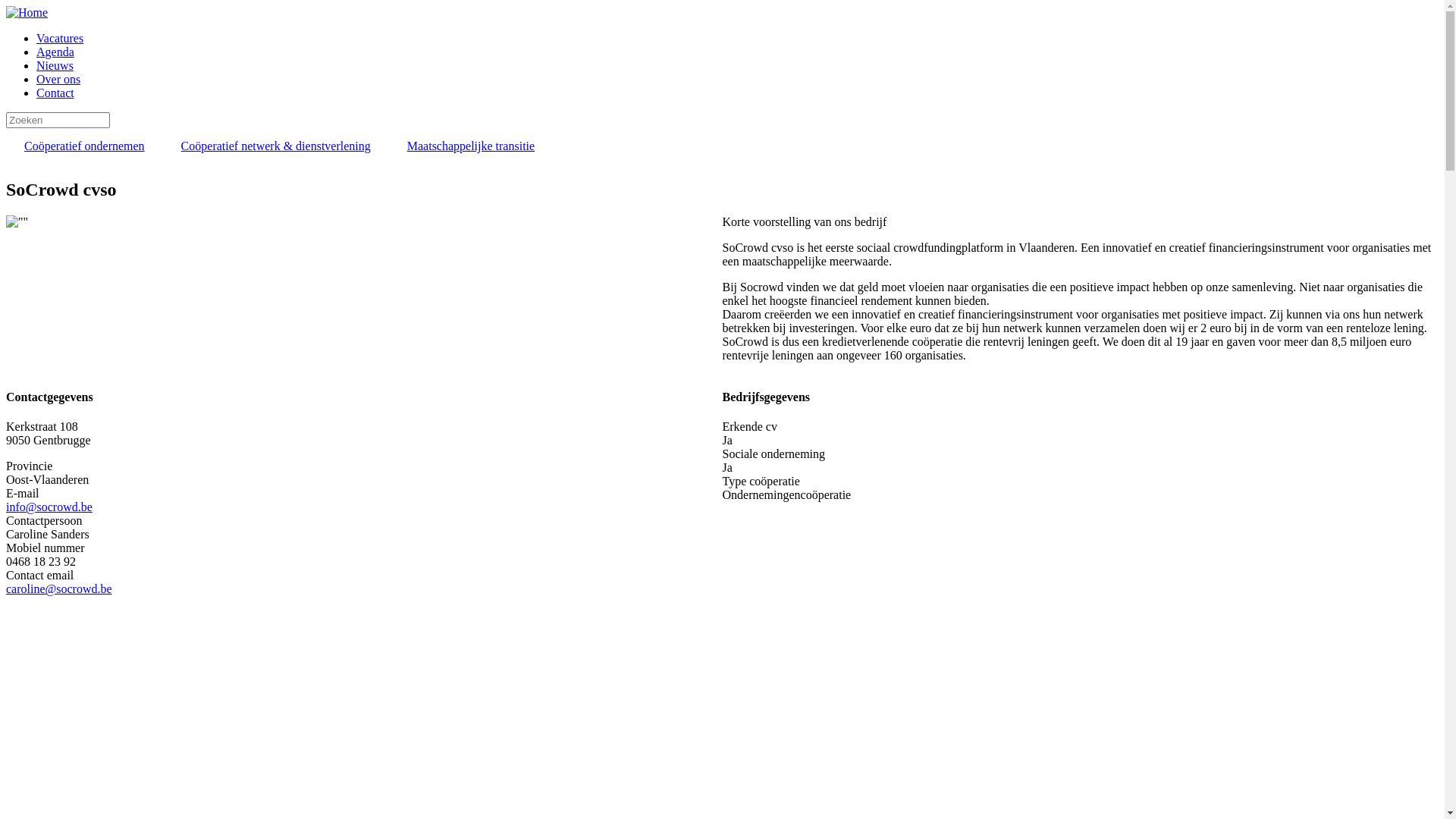  I want to click on 'Maatschappelijke transitie', so click(469, 146).